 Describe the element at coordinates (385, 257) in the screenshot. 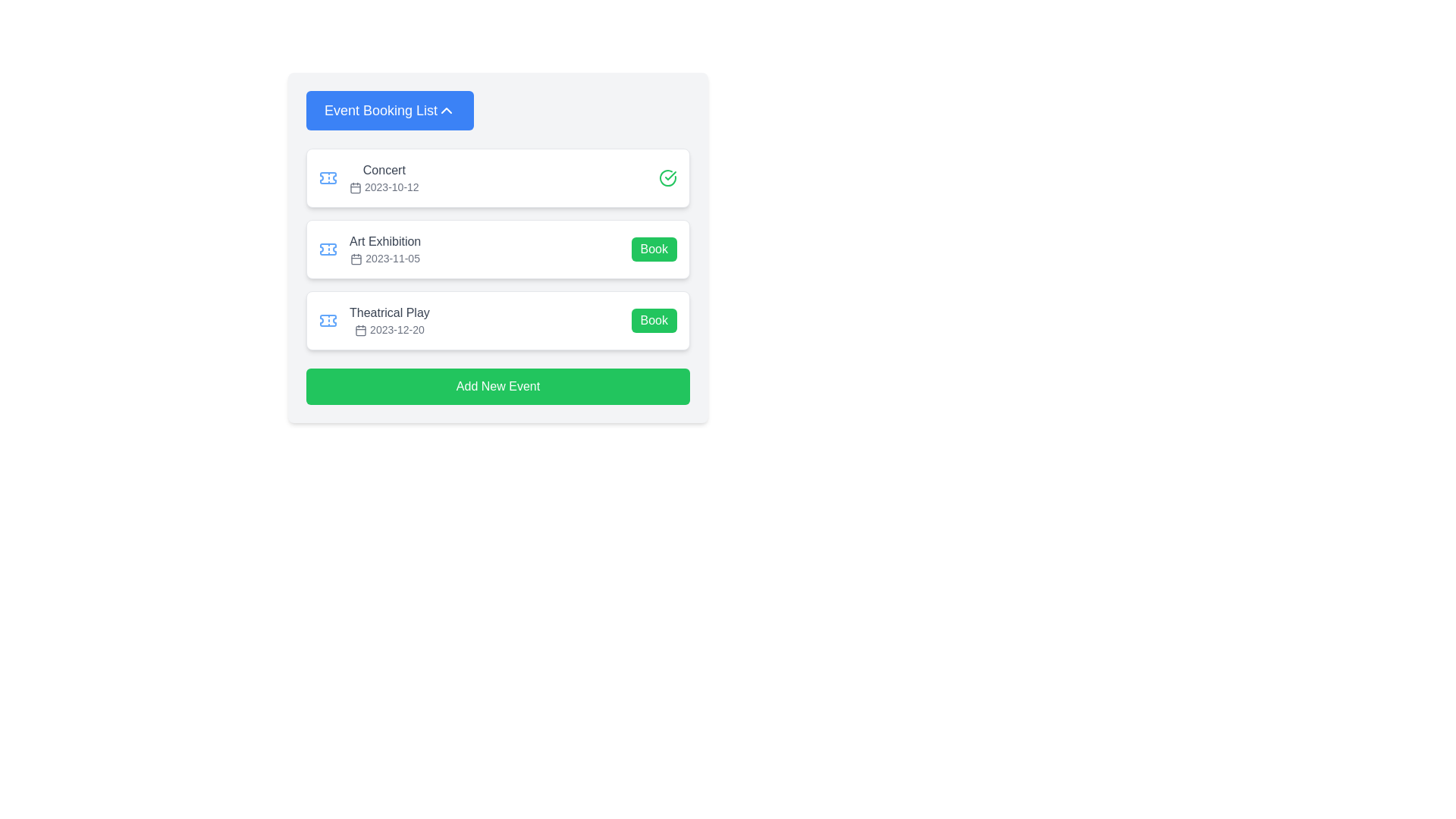

I see `text from the Date label that indicates the scheduled date for the event titled 'Art Exhibition', which is visually represented with a calendar icon and is positioned below the event title` at that location.